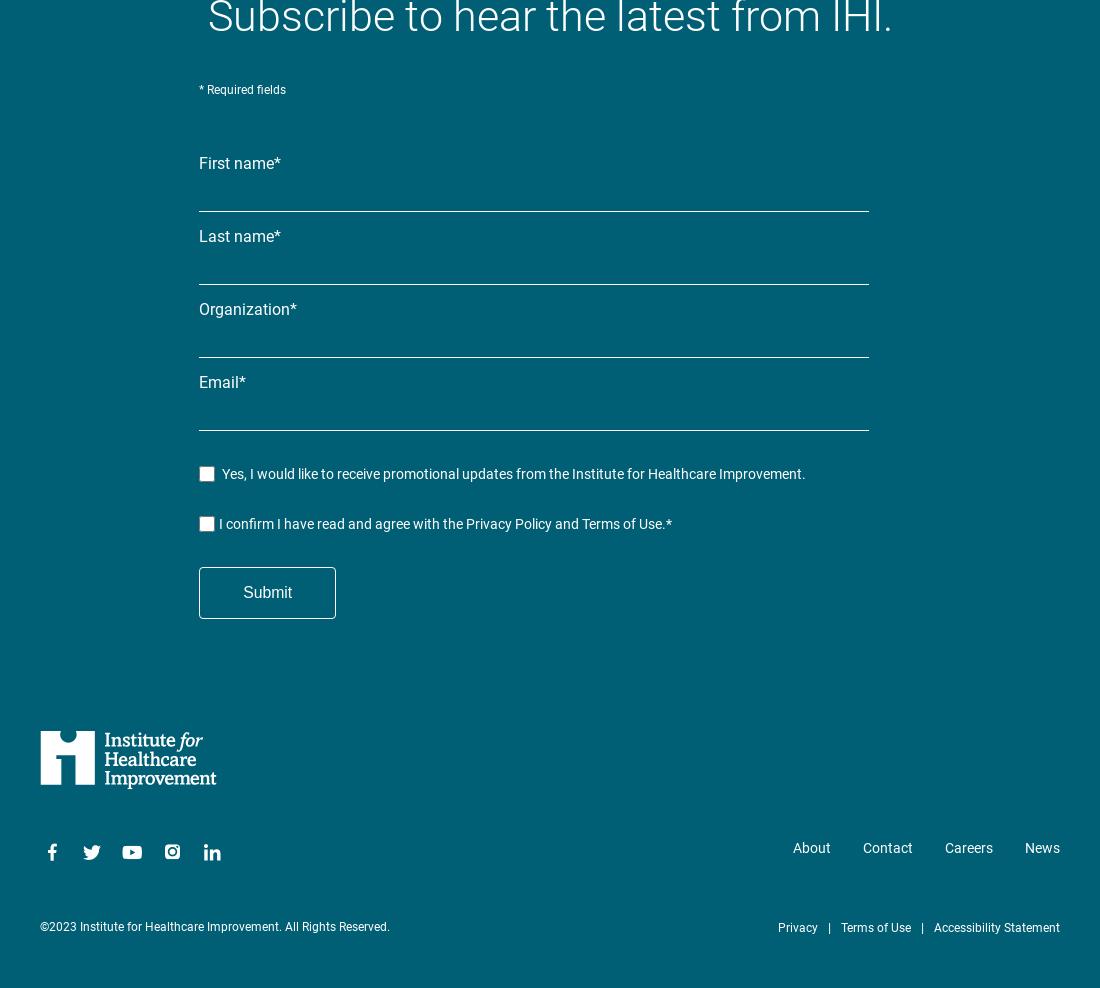 The height and width of the screenshot is (988, 1100). Describe the element at coordinates (967, 848) in the screenshot. I see `'Careers'` at that location.